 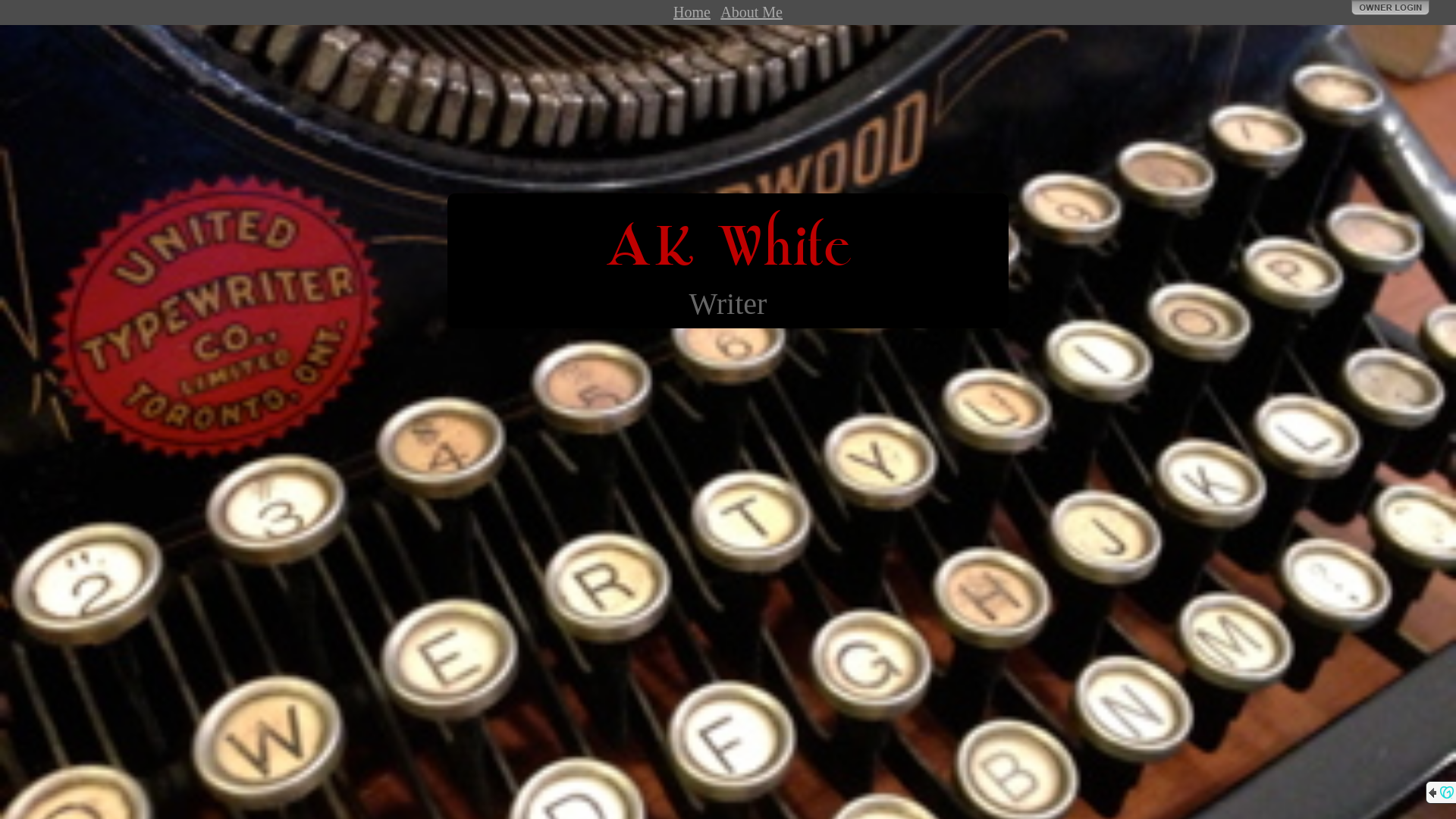 I want to click on 'About Me', so click(x=720, y=11).